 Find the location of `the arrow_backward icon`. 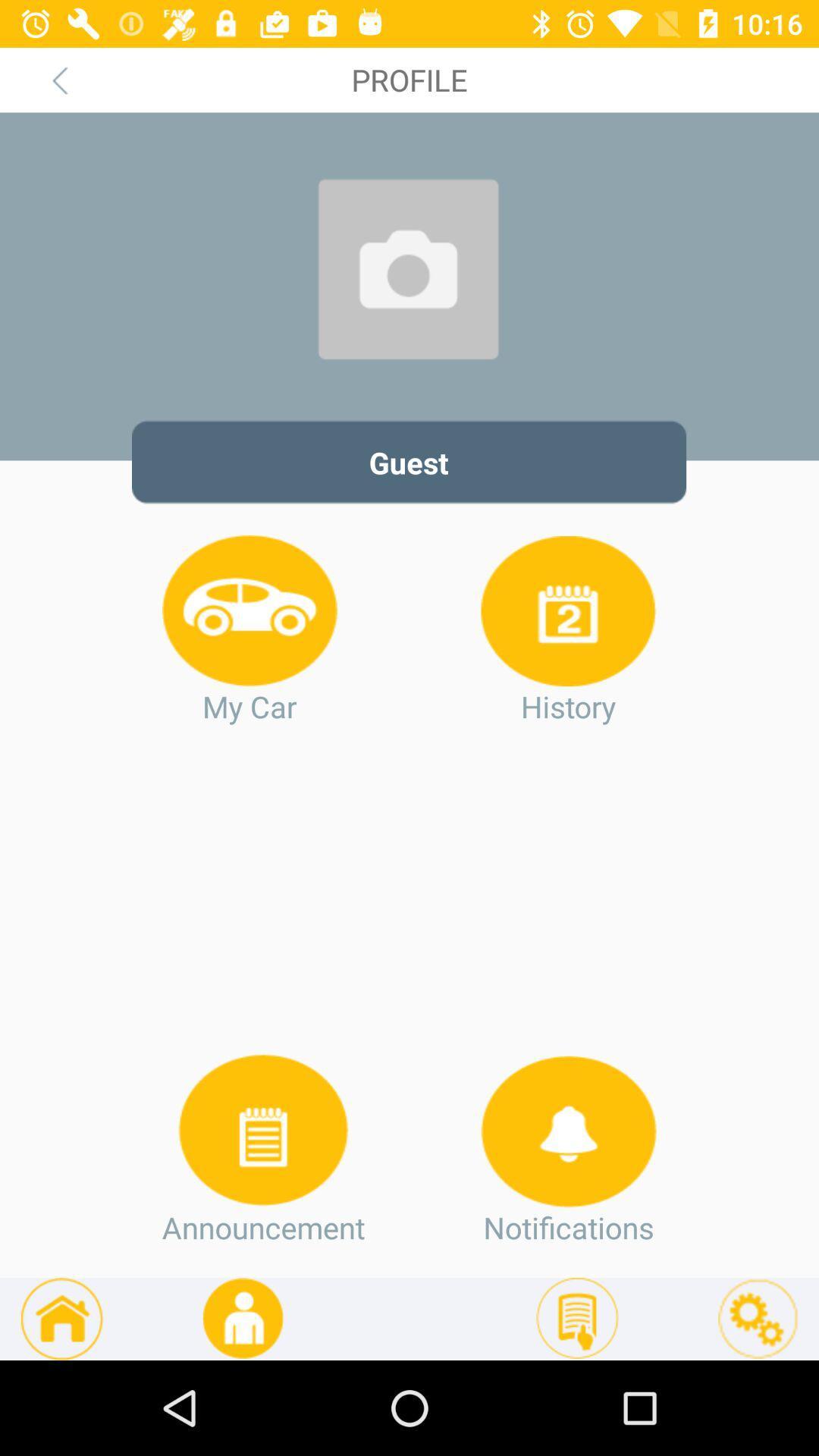

the arrow_backward icon is located at coordinates (58, 79).